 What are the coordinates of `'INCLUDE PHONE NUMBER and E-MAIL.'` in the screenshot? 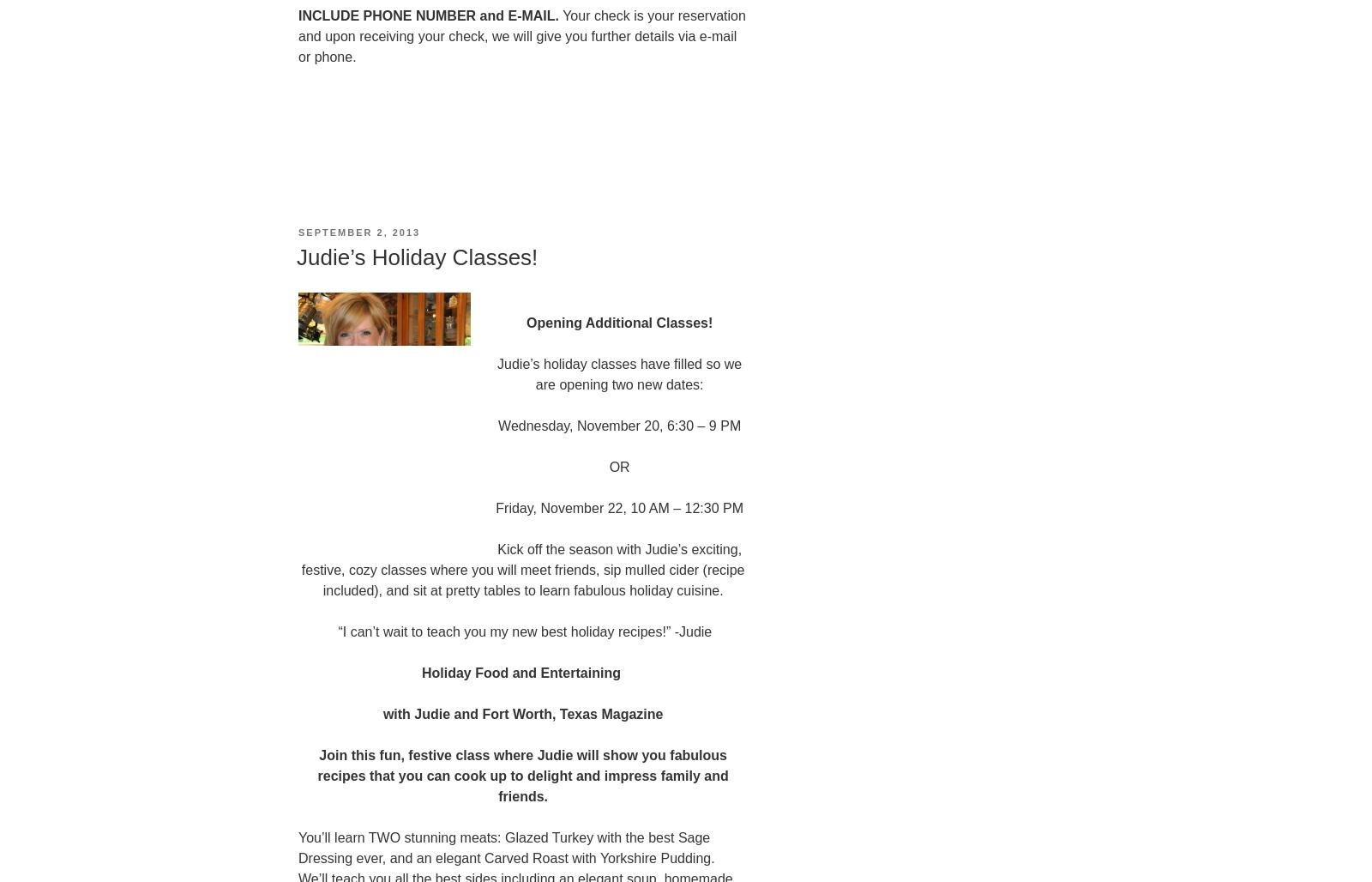 It's located at (428, 15).